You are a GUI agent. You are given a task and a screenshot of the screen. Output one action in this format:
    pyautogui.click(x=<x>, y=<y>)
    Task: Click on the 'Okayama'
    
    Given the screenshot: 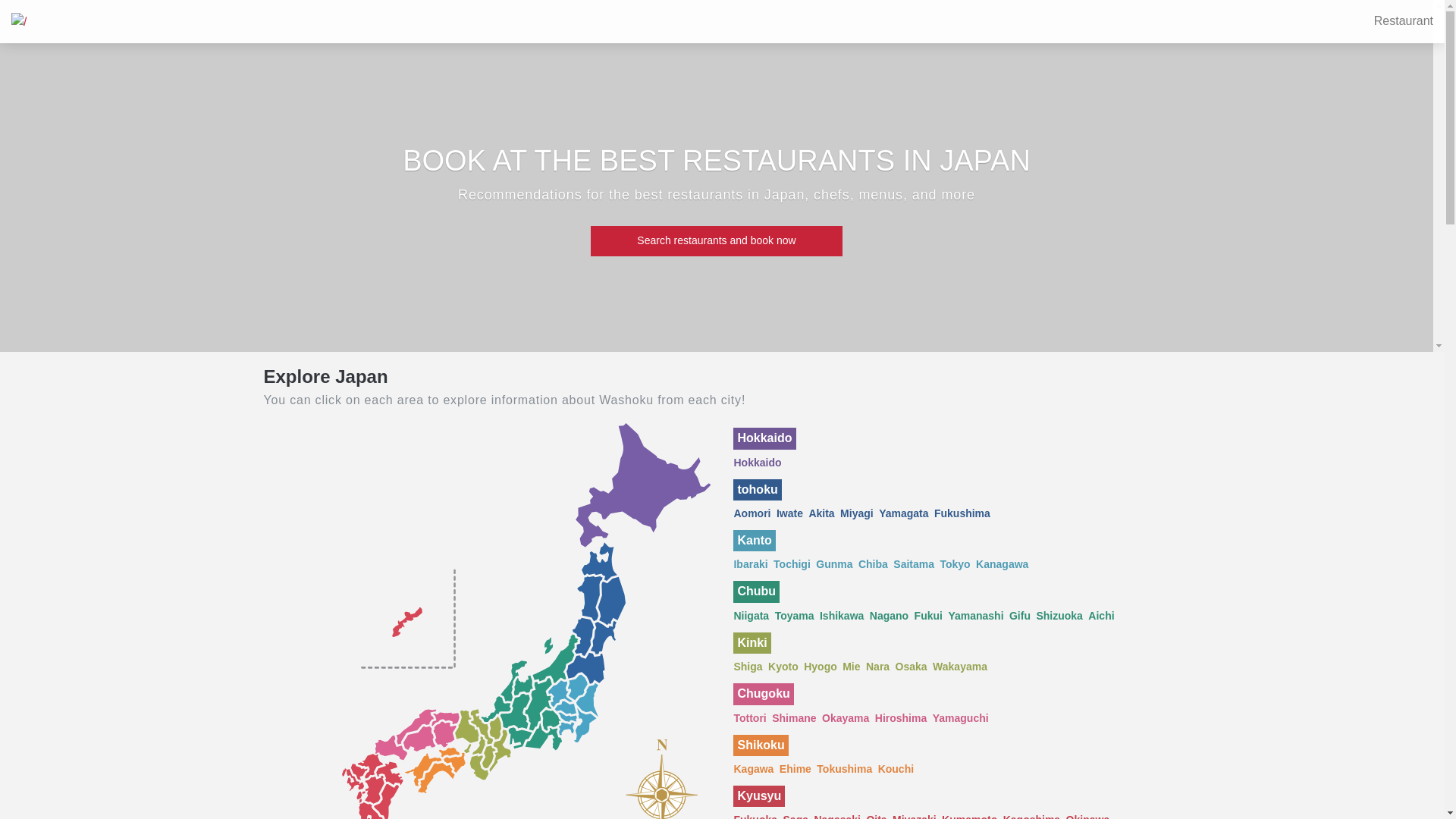 What is the action you would take?
    pyautogui.click(x=844, y=717)
    